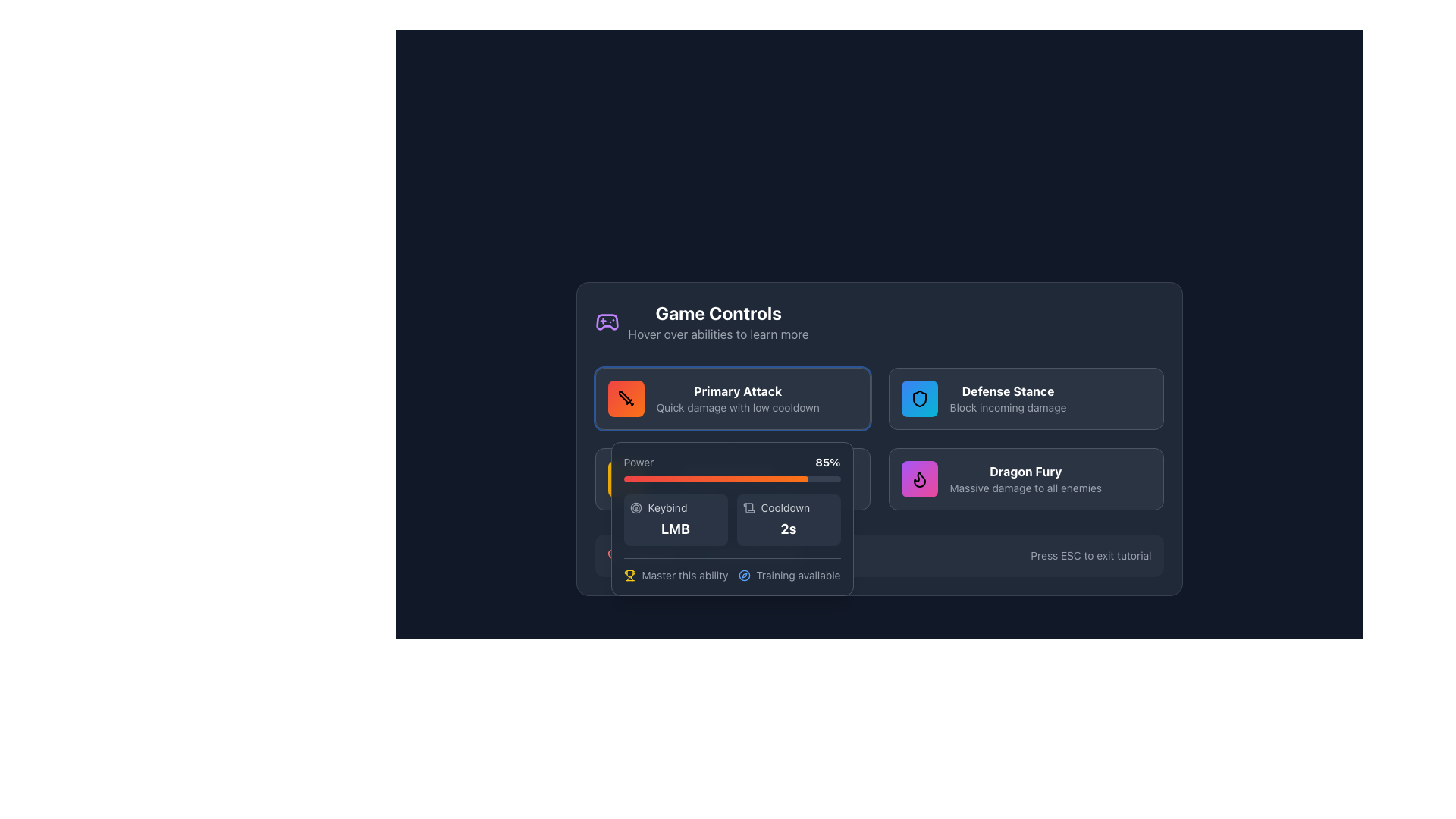  I want to click on the trophy icon positioned to the left of the text 'Master this ability', which serves as an indicator for achievement status in the bottom-left area of the main interface, so click(629, 576).